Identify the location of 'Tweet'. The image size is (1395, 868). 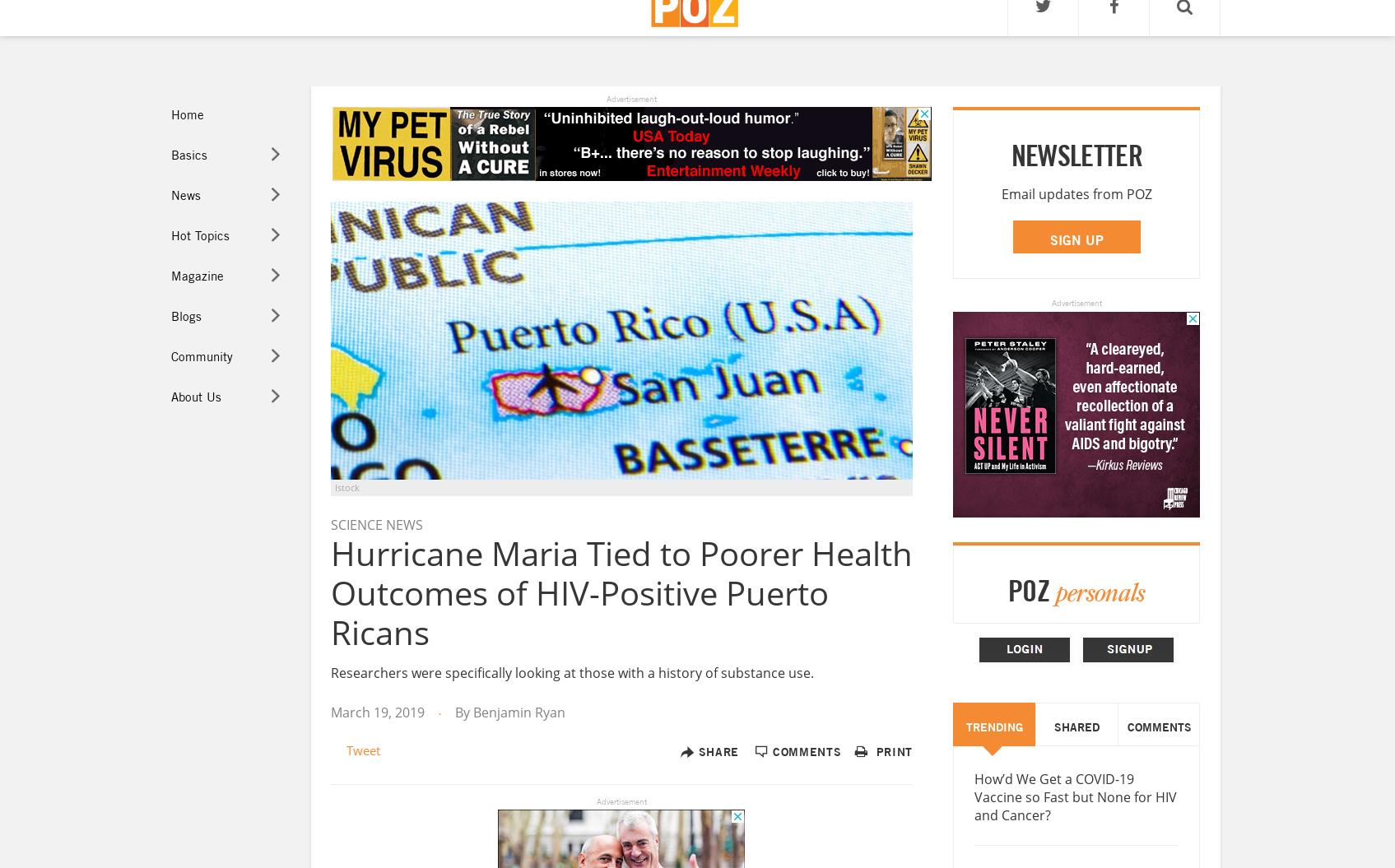
(346, 748).